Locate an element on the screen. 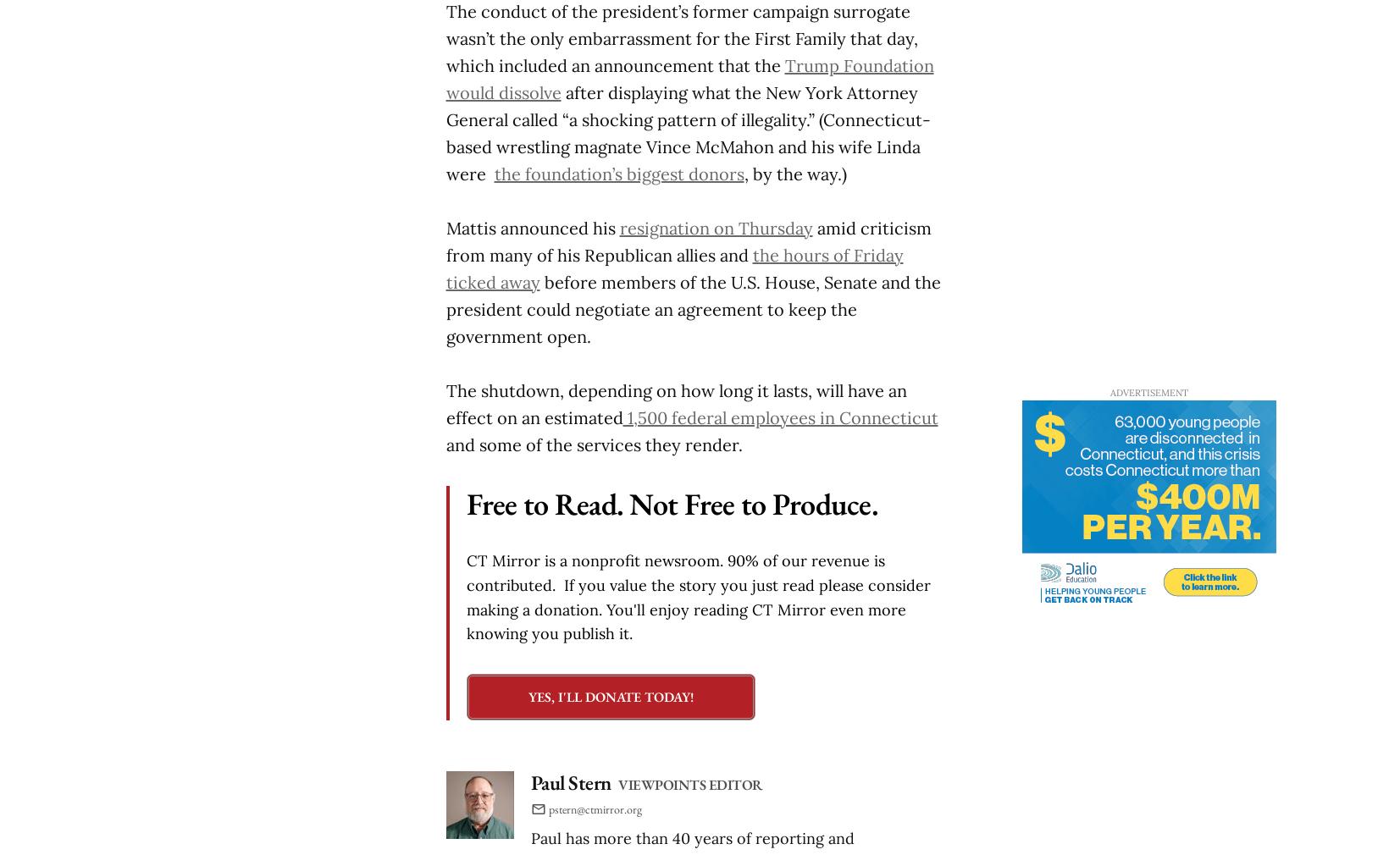 The height and width of the screenshot is (855, 1400). 'Mattis announced his' is located at coordinates (531, 227).